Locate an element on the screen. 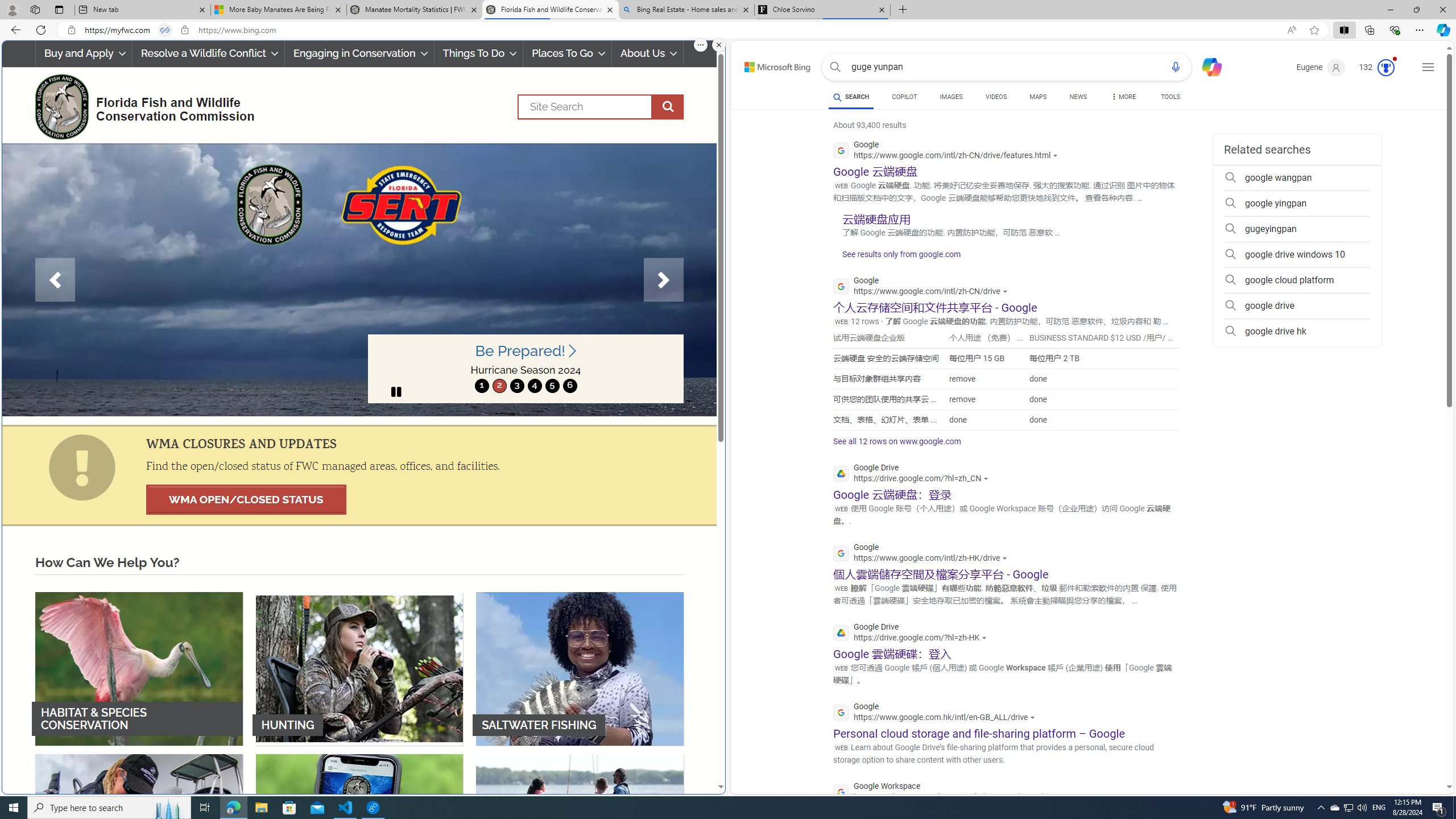 The width and height of the screenshot is (1456, 819). 'NEWS' is located at coordinates (1078, 96).